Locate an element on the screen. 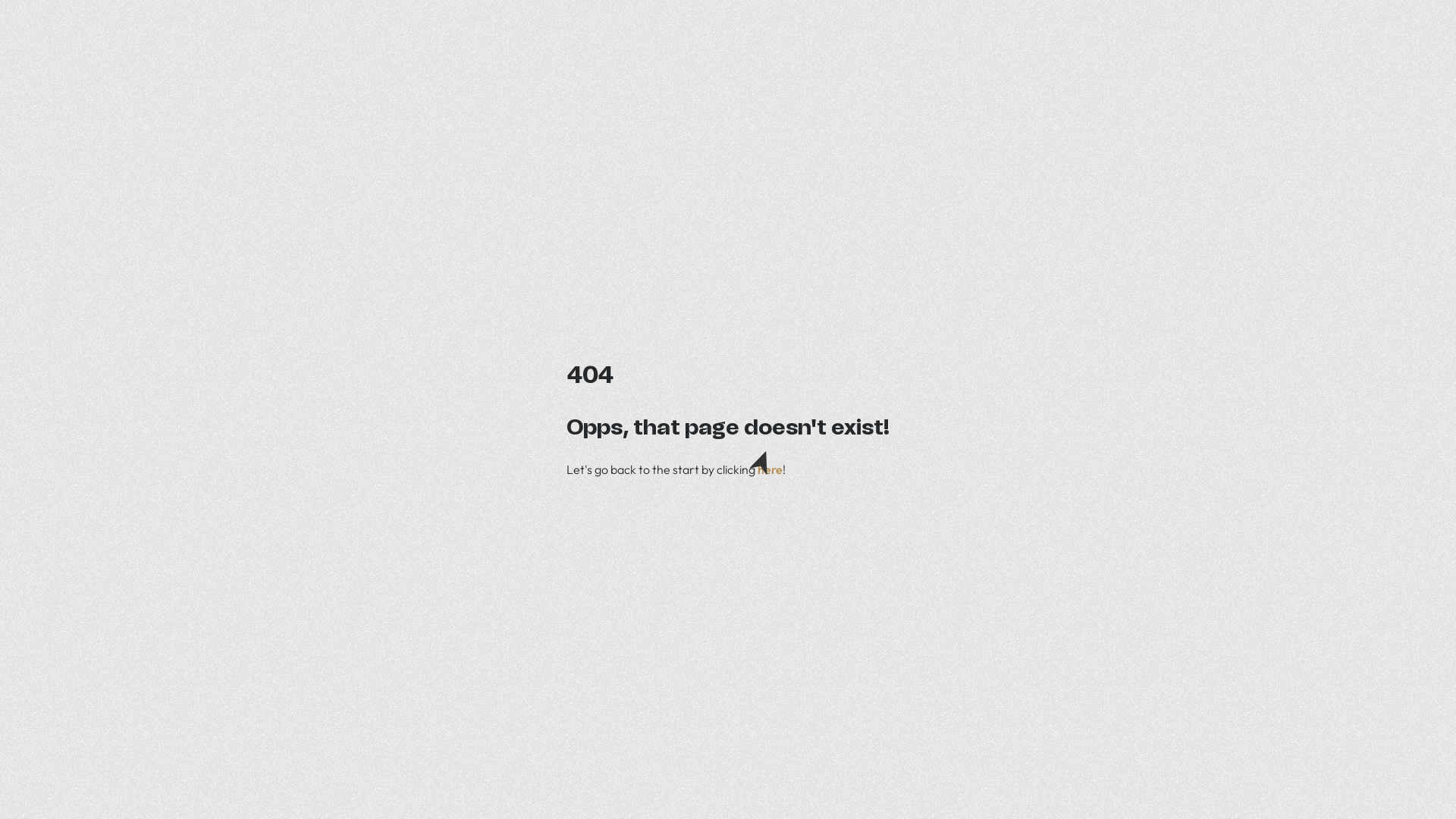 The width and height of the screenshot is (1456, 819). 'here' is located at coordinates (770, 468).